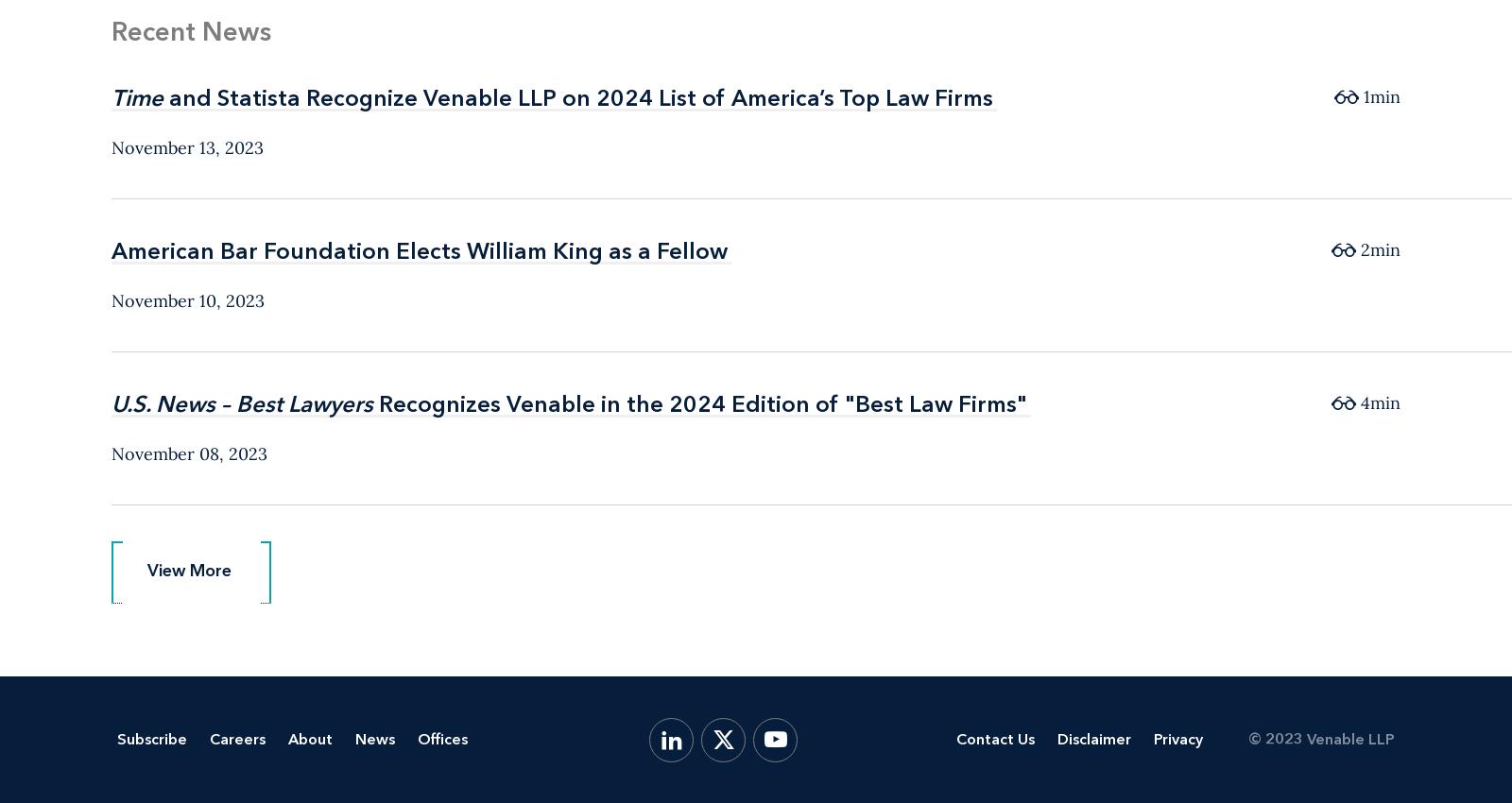 This screenshot has height=803, width=1512. What do you see at coordinates (237, 738) in the screenshot?
I see `'Careers'` at bounding box center [237, 738].